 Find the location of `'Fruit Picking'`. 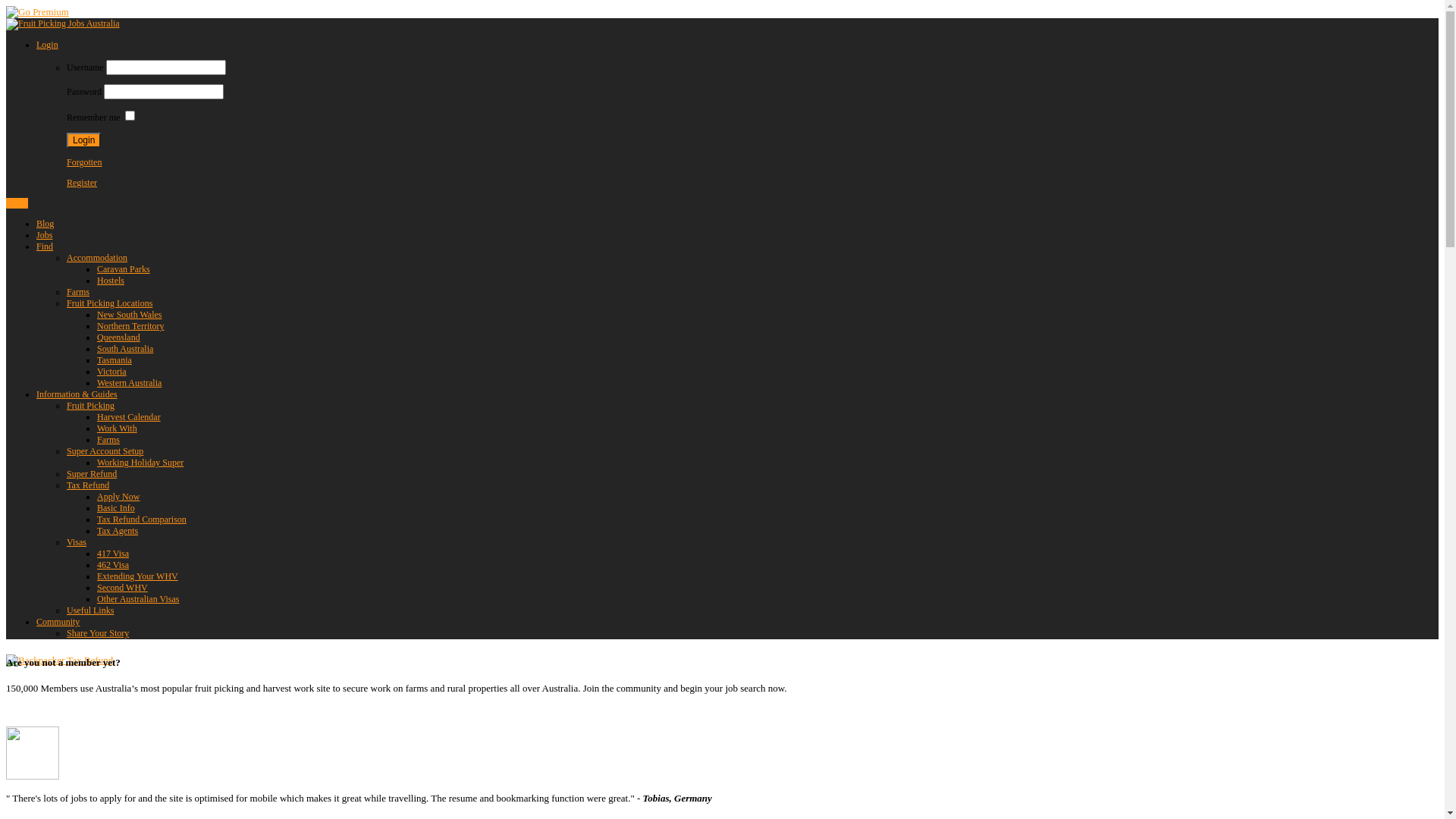

'Fruit Picking' is located at coordinates (65, 405).